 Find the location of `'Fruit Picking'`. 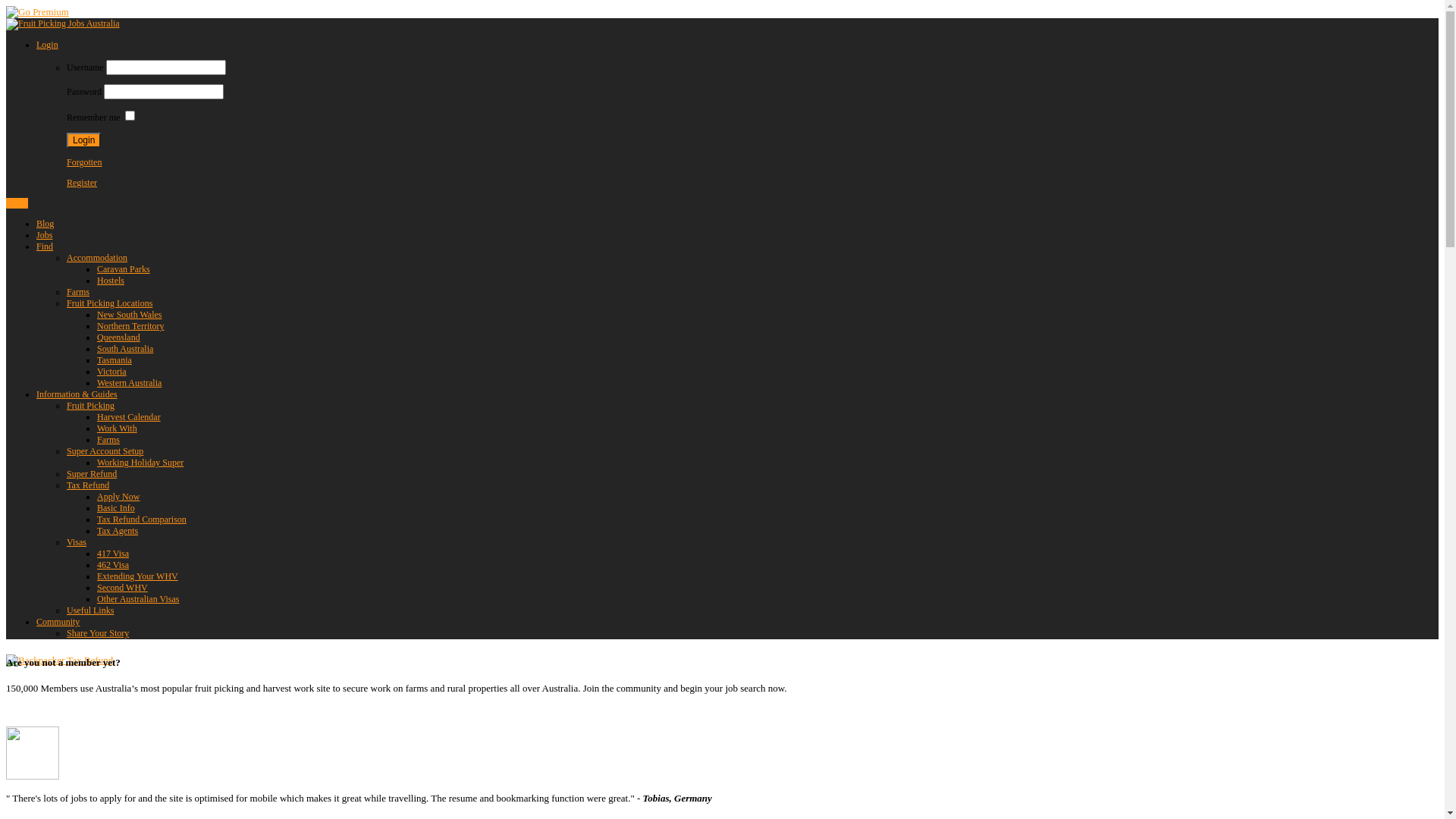

'Fruit Picking' is located at coordinates (65, 405).